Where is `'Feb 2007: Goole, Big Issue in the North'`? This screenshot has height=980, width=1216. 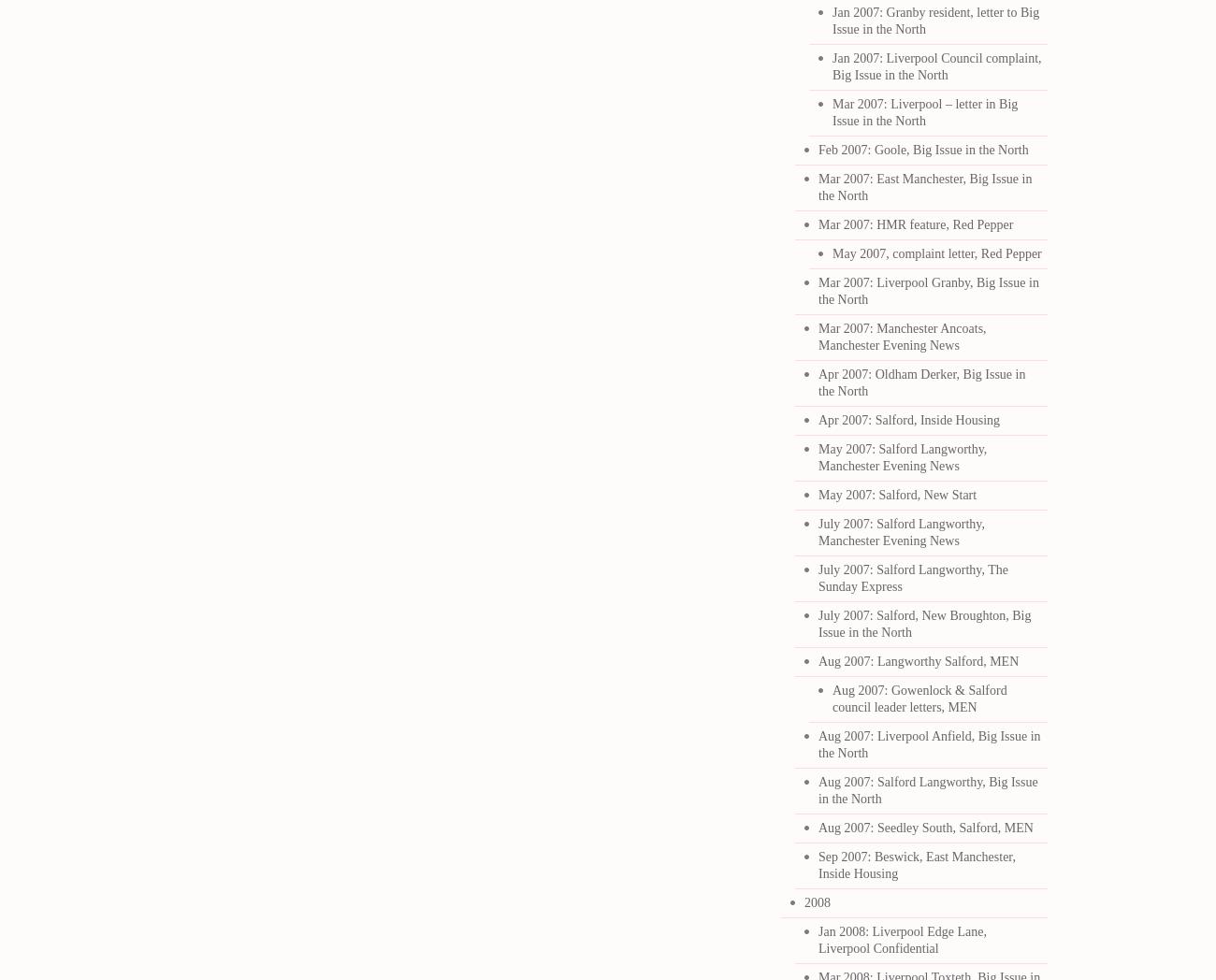
'Feb 2007: Goole, Big Issue in the North' is located at coordinates (818, 150).